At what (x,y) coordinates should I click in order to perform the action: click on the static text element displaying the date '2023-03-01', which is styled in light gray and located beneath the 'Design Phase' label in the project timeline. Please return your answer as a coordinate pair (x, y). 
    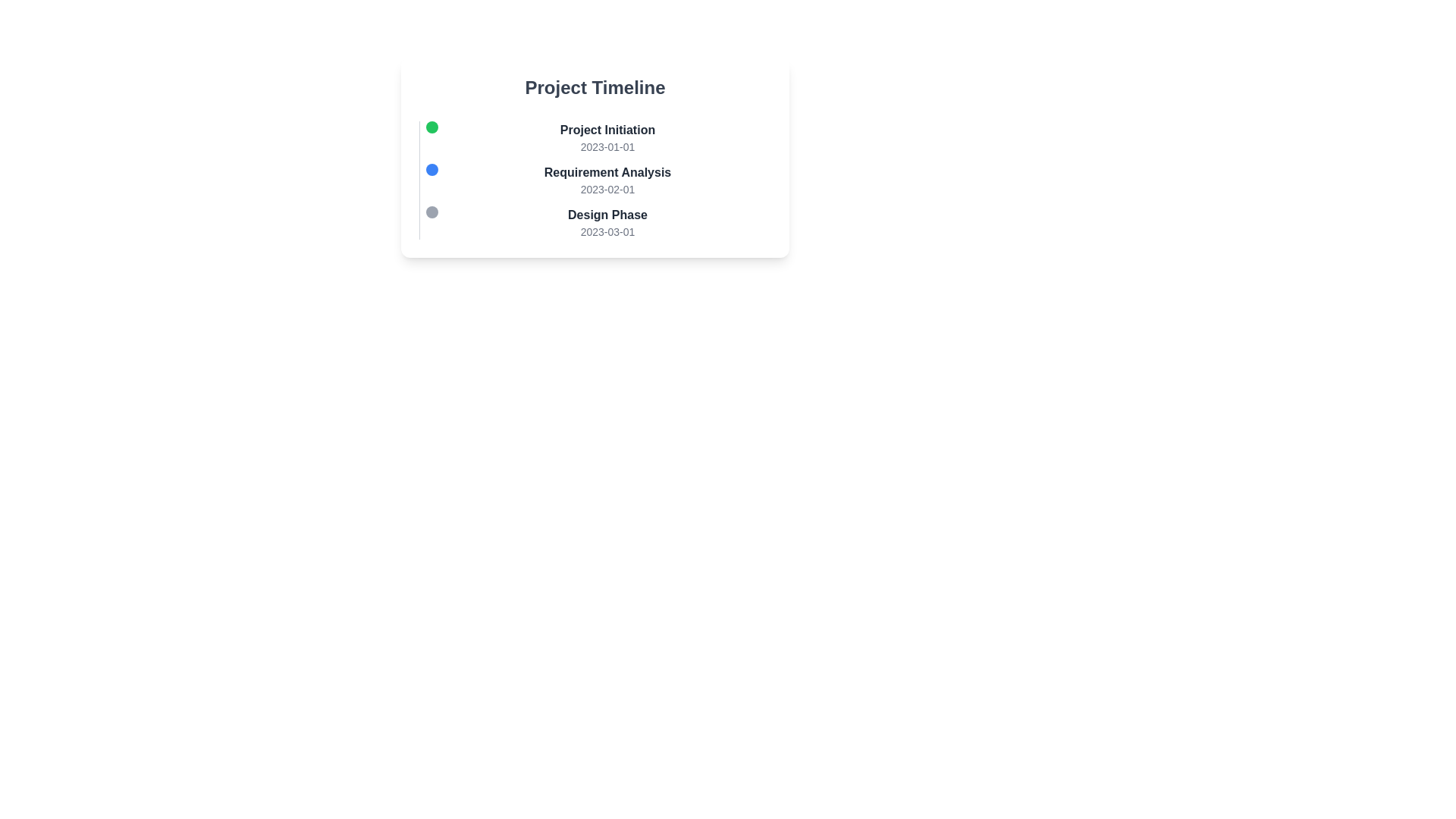
    Looking at the image, I should click on (607, 231).